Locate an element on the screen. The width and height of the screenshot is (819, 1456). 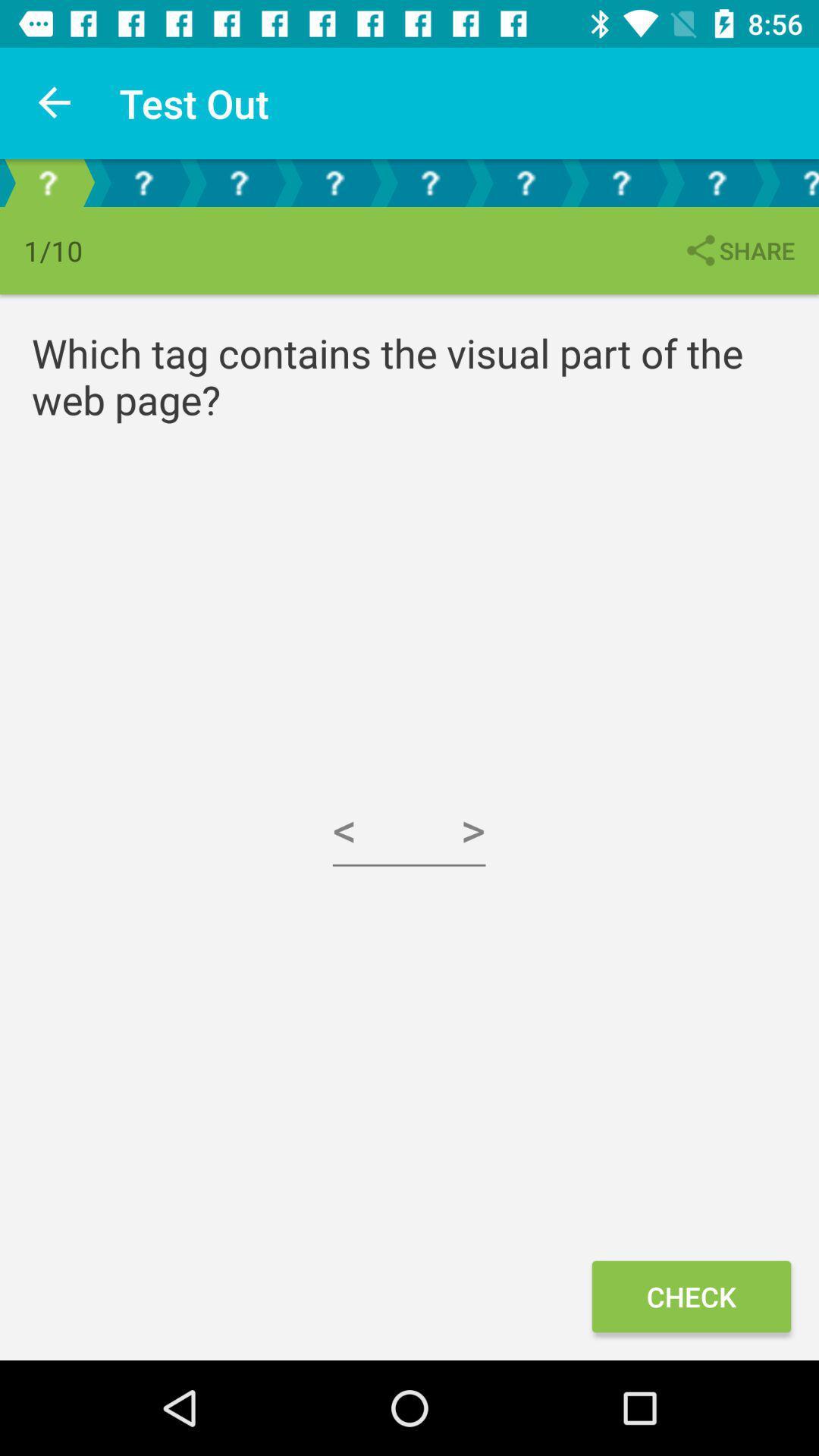
answer the questin is located at coordinates (430, 182).